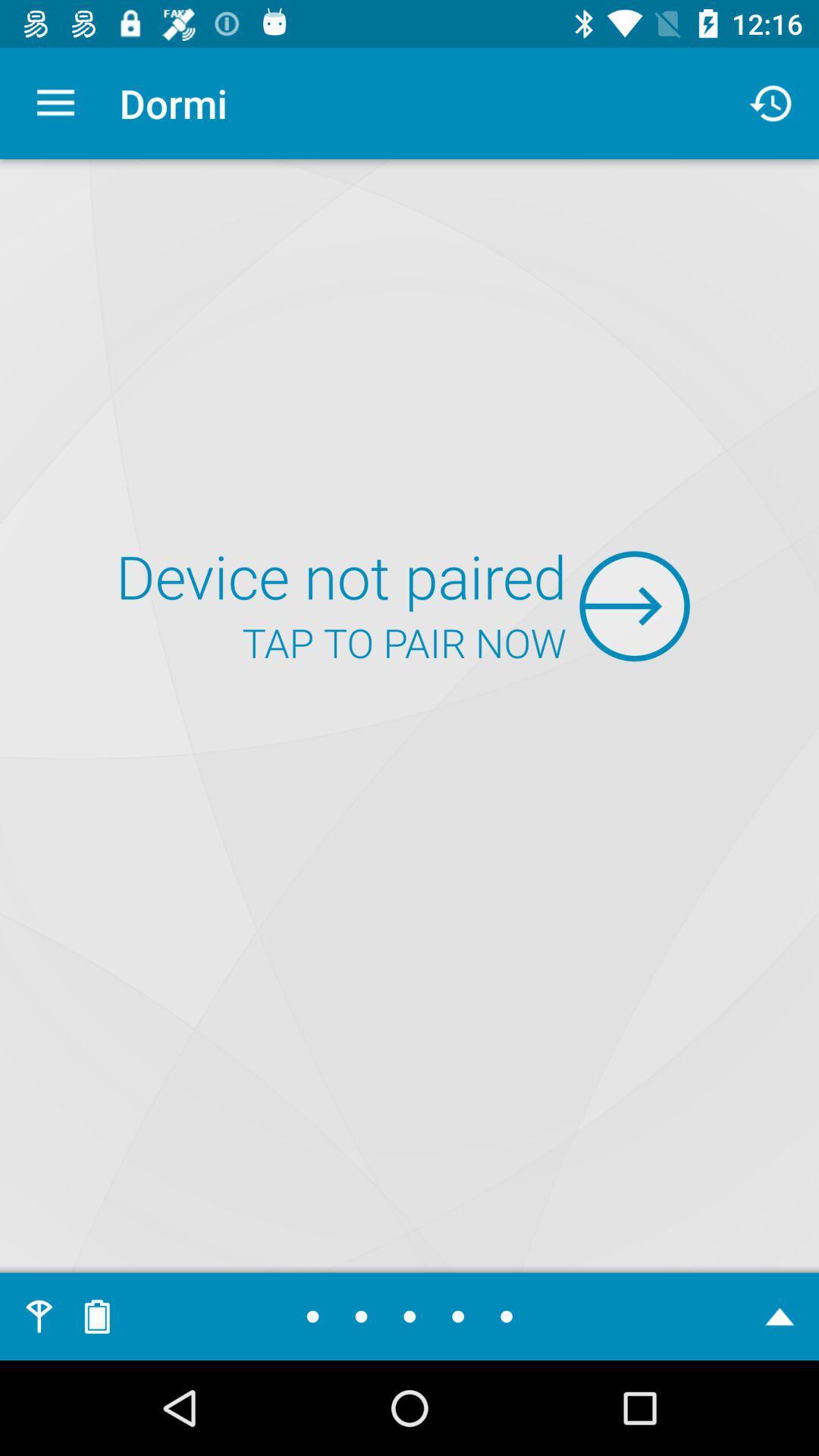  Describe the element at coordinates (771, 102) in the screenshot. I see `app next to the dormi icon` at that location.